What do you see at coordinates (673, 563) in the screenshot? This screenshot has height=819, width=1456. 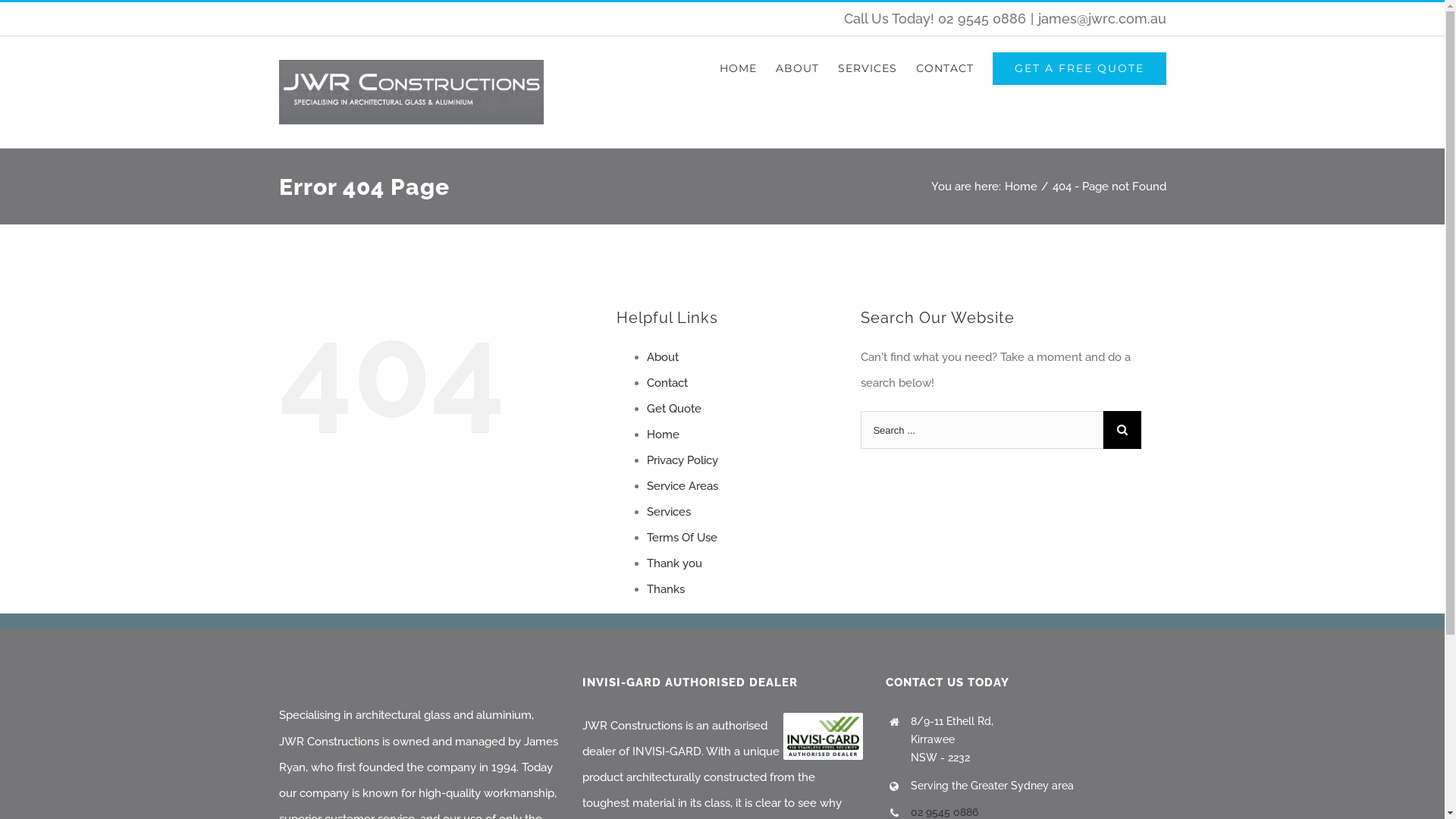 I see `'Thank you'` at bounding box center [673, 563].